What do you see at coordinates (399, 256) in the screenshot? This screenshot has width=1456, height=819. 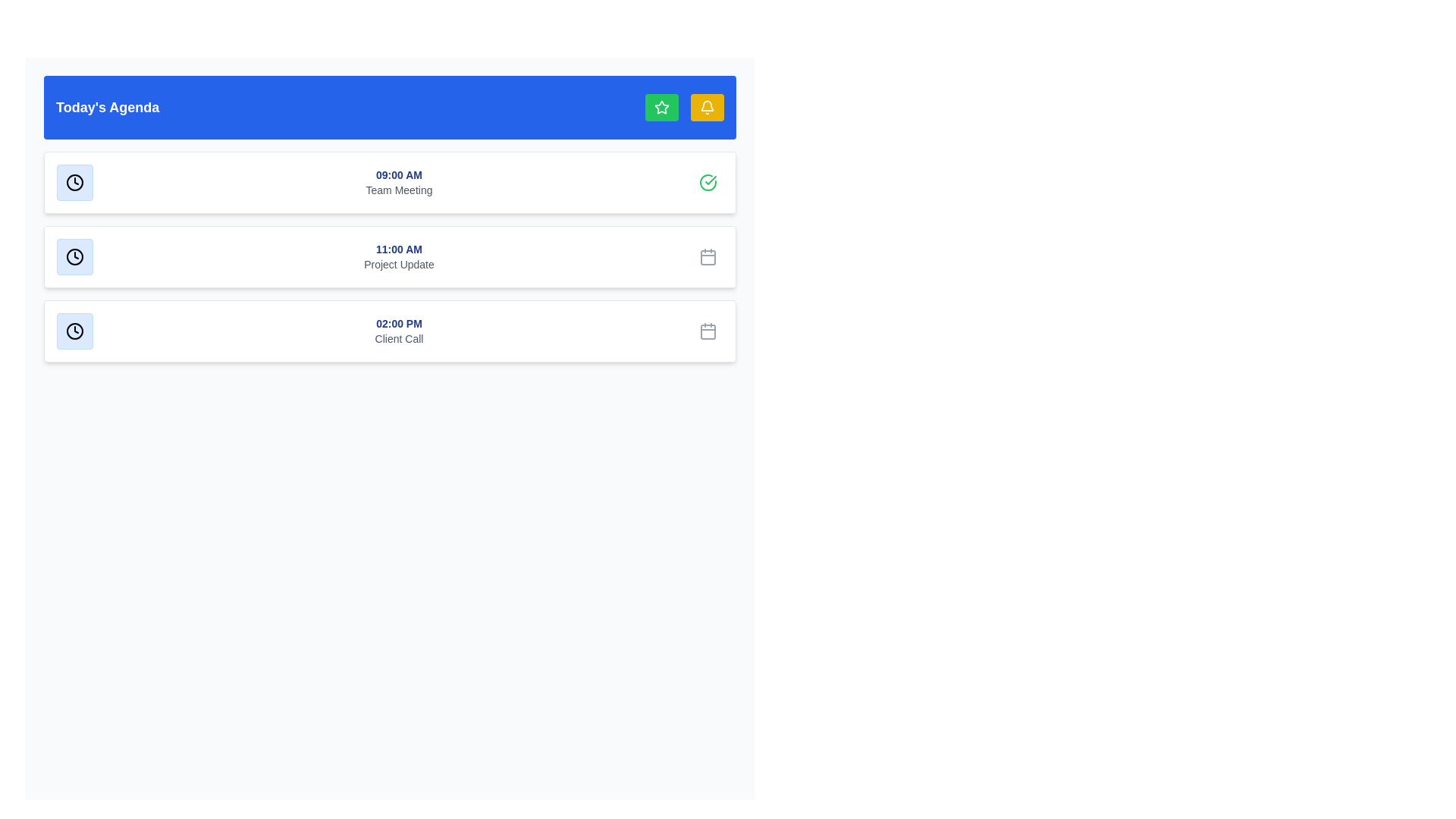 I see `displayed text of the Text Display element that shows the scheduled time and title of an event, positioned below the '09:00 AM Team Meeting' entry` at bounding box center [399, 256].